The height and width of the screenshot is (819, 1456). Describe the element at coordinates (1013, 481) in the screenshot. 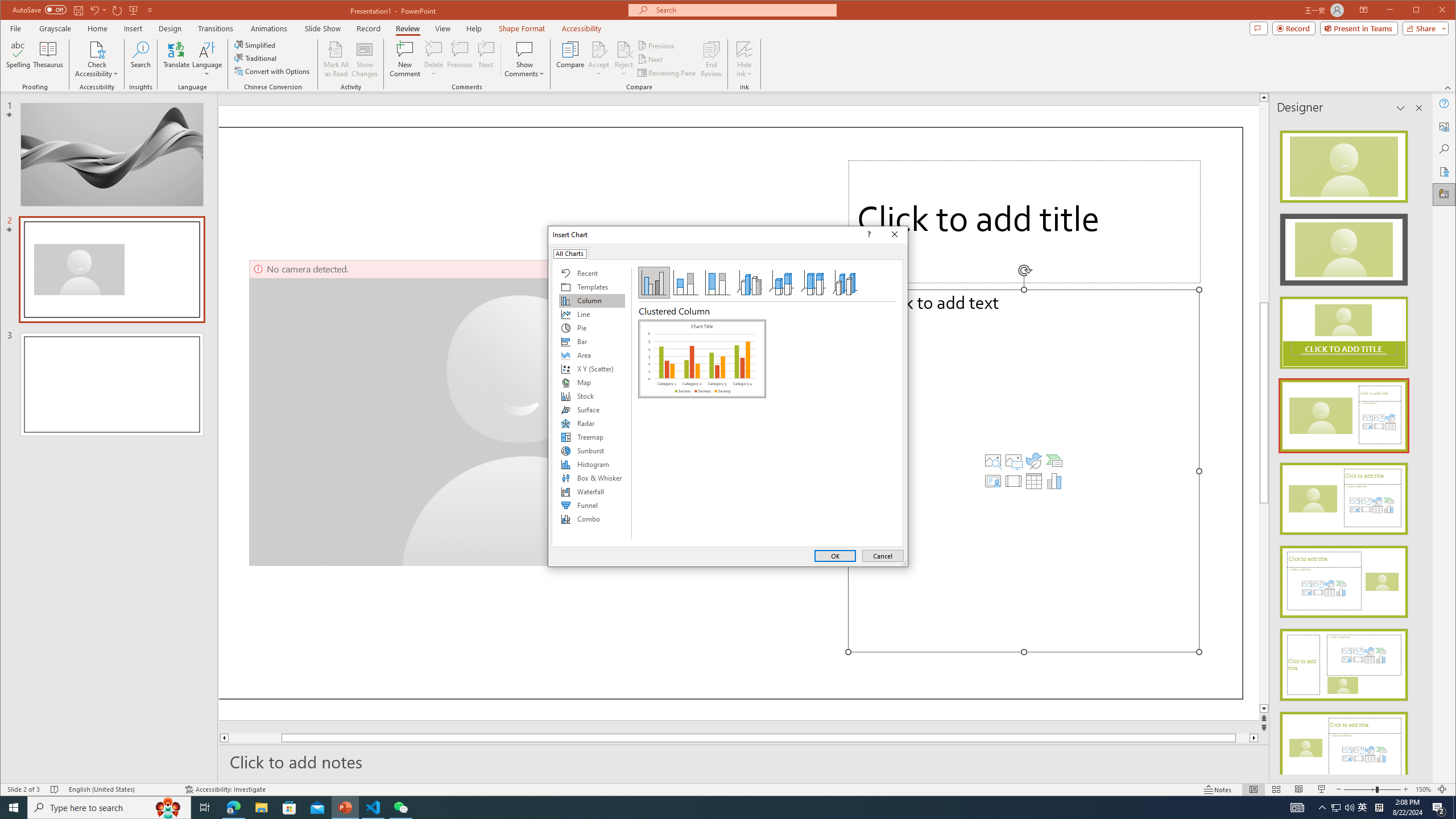

I see `'Insert Video'` at that location.